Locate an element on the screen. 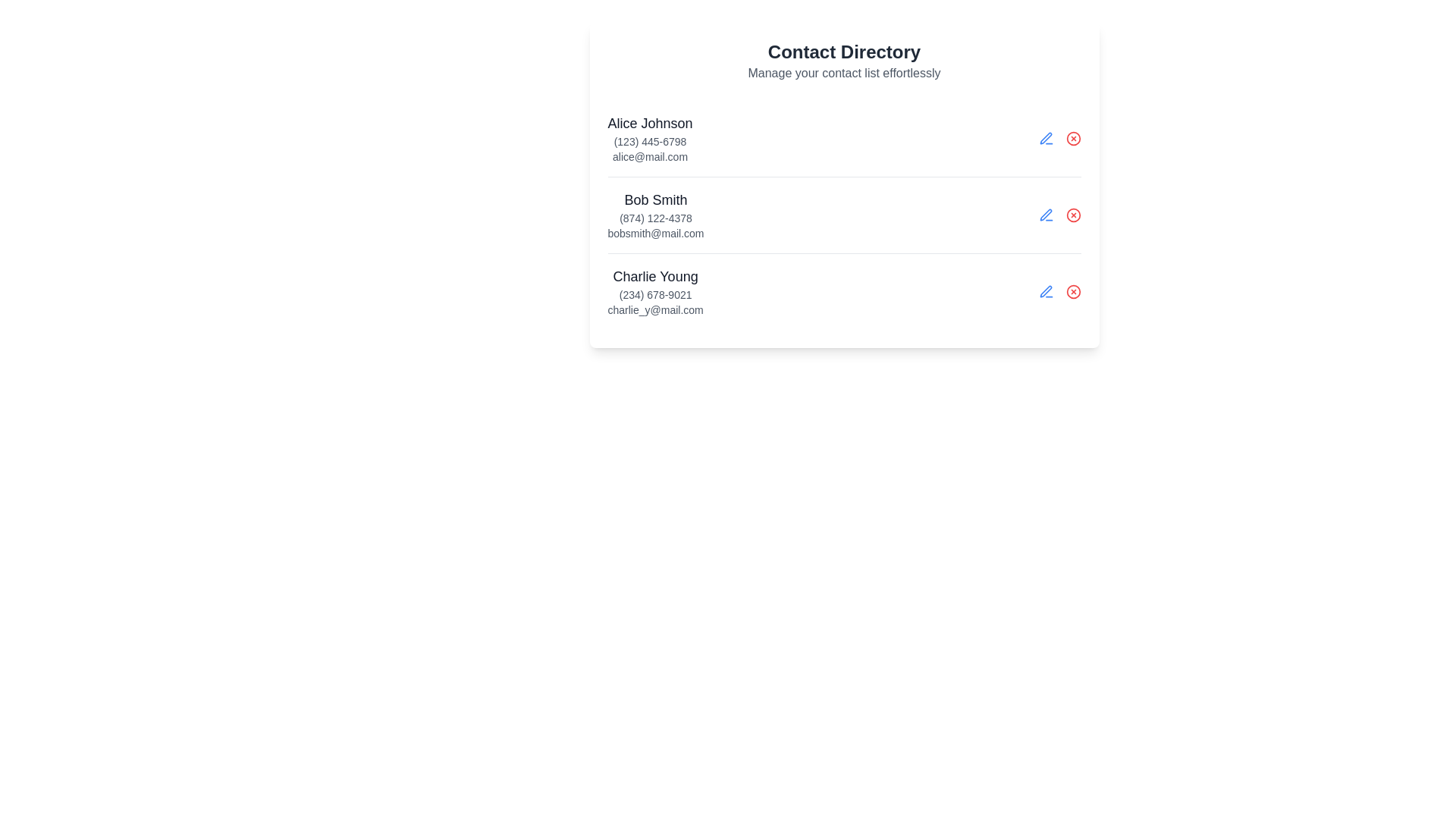  delete button for the contact with the name Bob Smith is located at coordinates (1072, 215).